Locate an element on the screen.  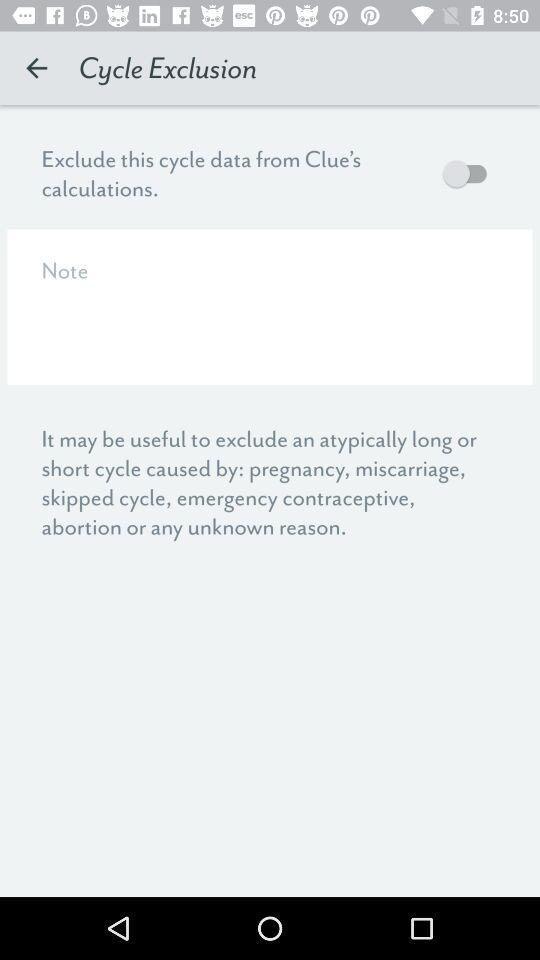
icon at the top right corner is located at coordinates (469, 172).